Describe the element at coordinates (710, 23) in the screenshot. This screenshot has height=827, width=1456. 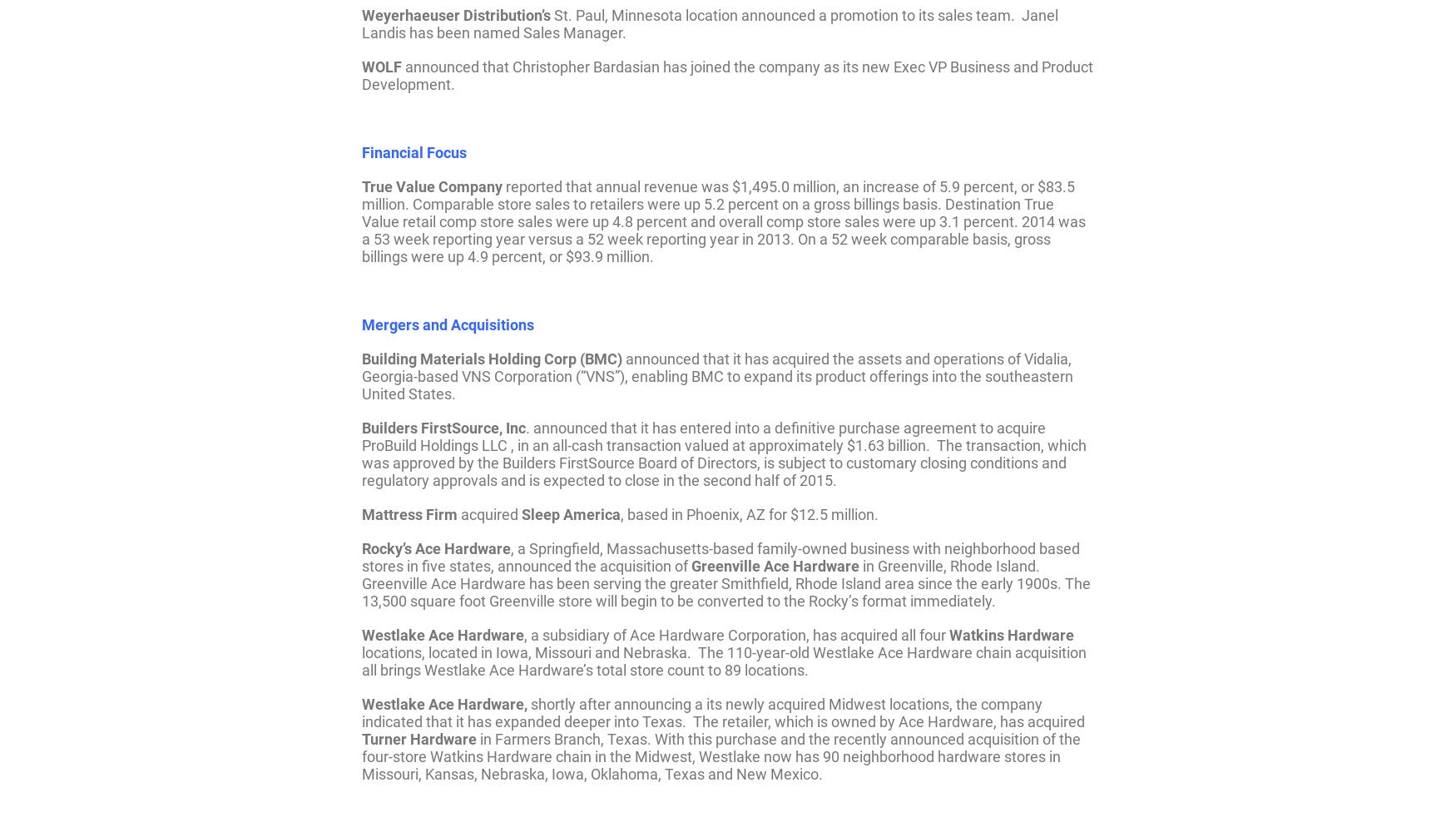
I see `'St. Paul, Minnesota location announced a promotion to its sales team.  Janel Landis has been named Sales Manager.'` at that location.